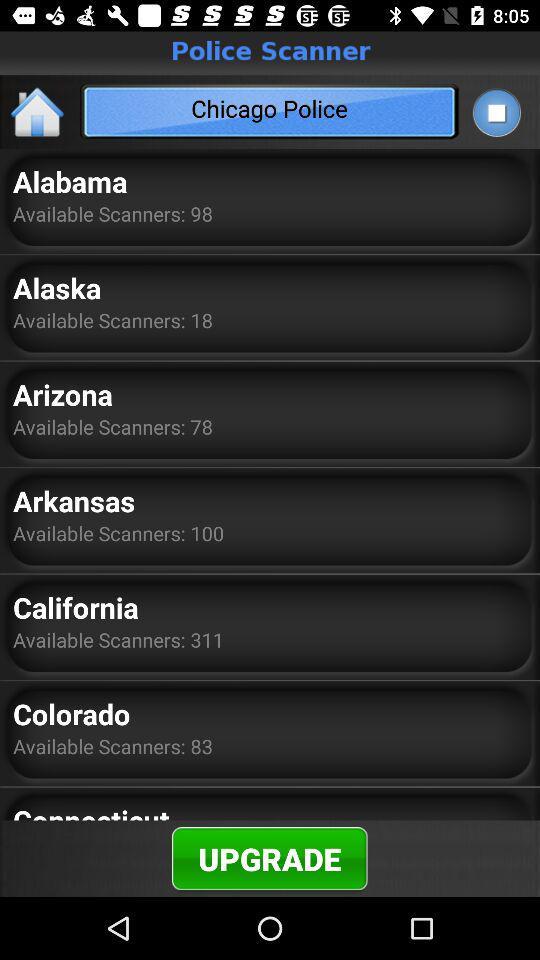 Image resolution: width=540 pixels, height=960 pixels. I want to click on the item below available scanners: 100 app, so click(74, 606).